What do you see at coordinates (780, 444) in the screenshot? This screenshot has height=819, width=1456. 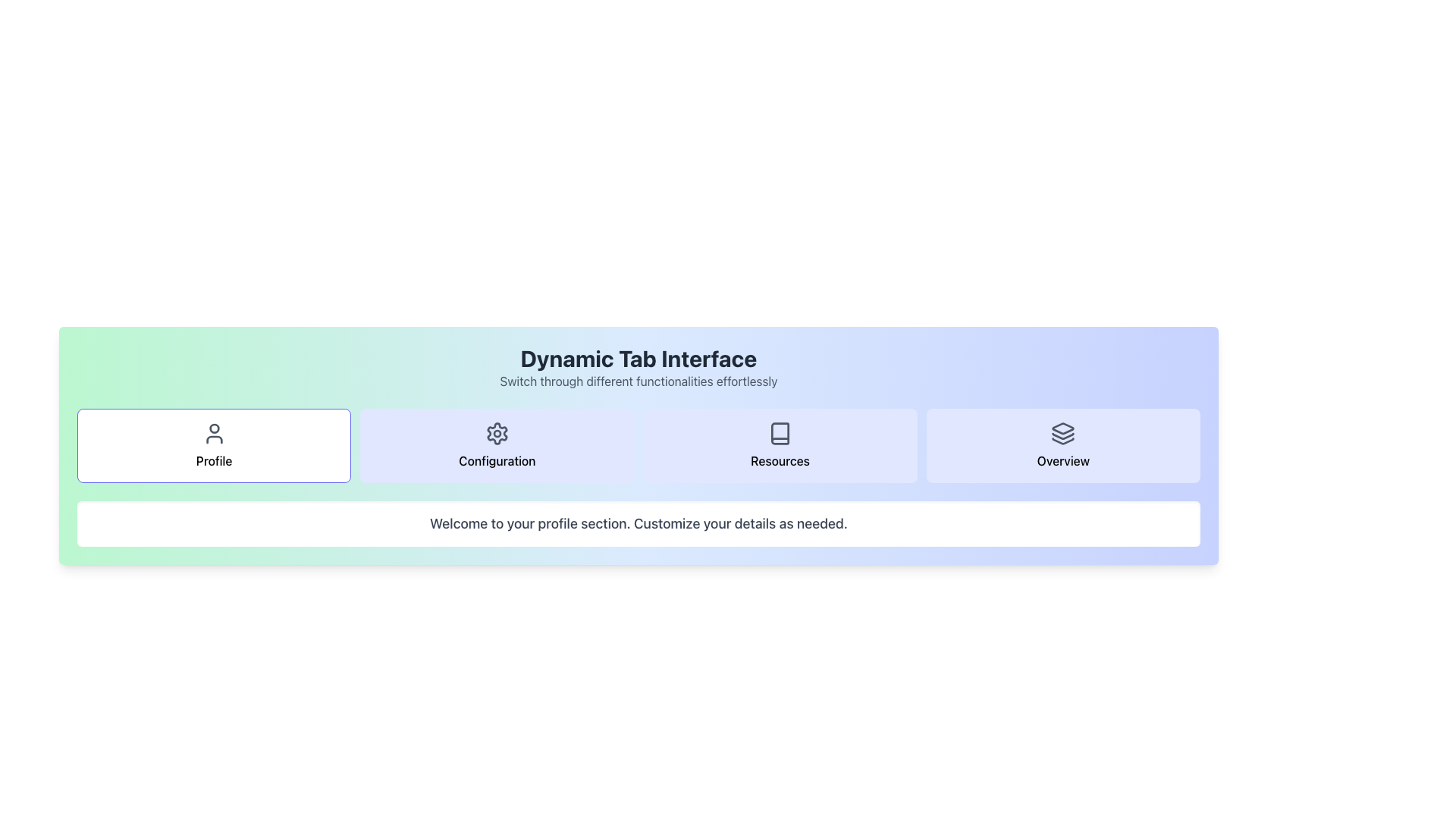 I see `the 'Resources' navigation button, which is the third button in a horizontal grid of four buttons` at bounding box center [780, 444].